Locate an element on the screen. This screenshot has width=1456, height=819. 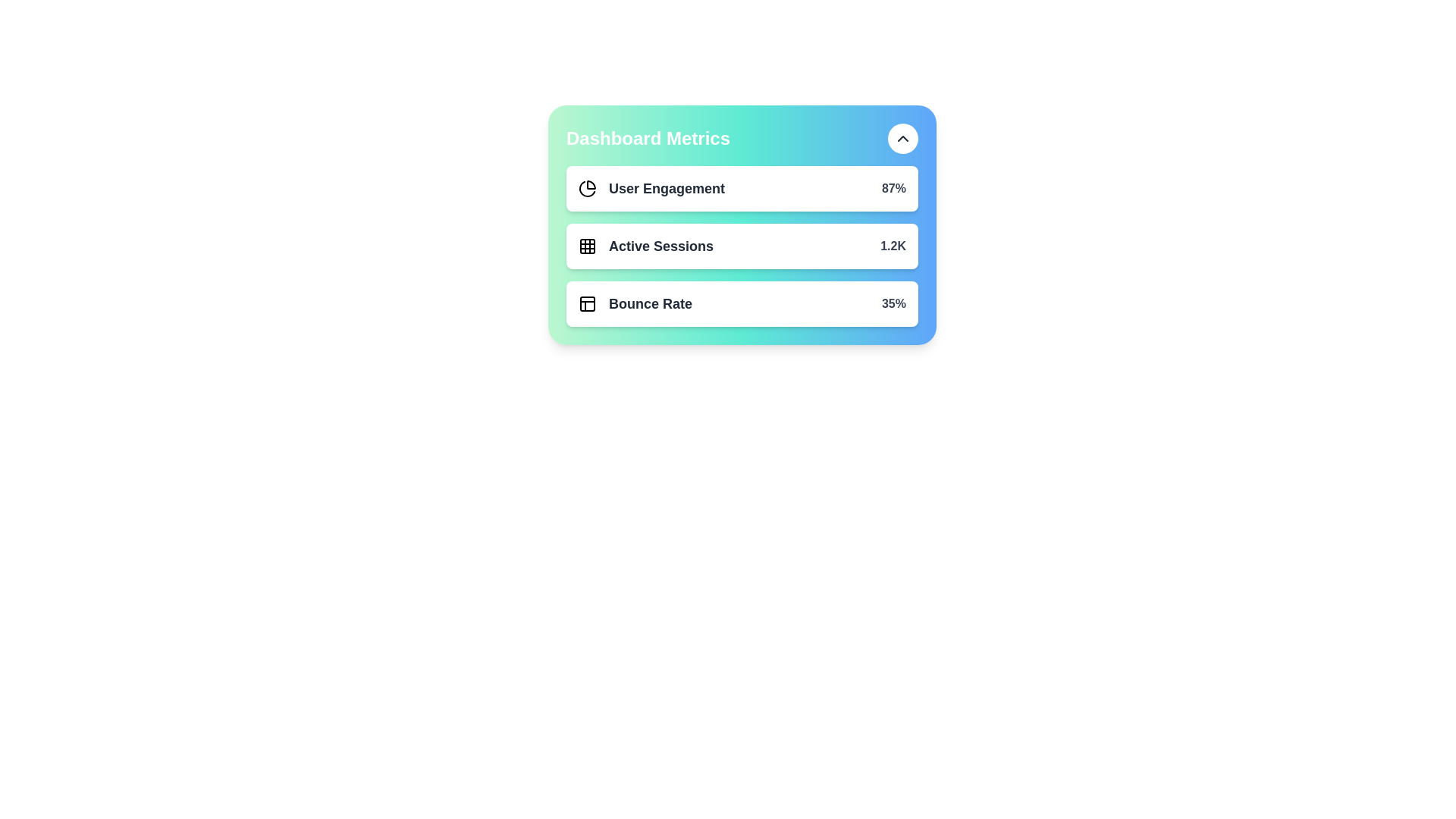
the icon next to the metric User Engagement is located at coordinates (586, 188).